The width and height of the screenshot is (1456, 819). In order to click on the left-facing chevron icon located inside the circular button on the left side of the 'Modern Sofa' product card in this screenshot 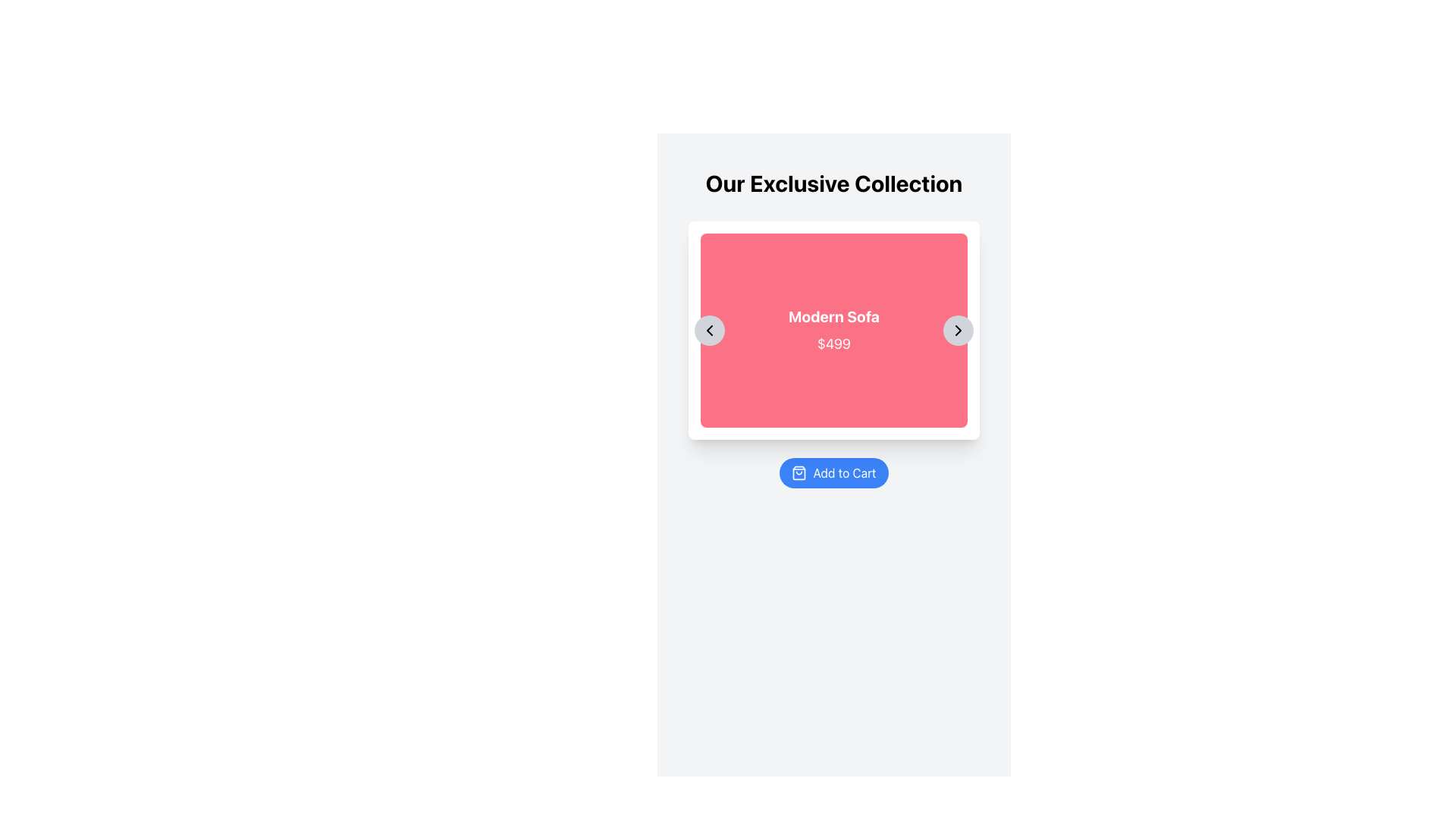, I will do `click(709, 329)`.